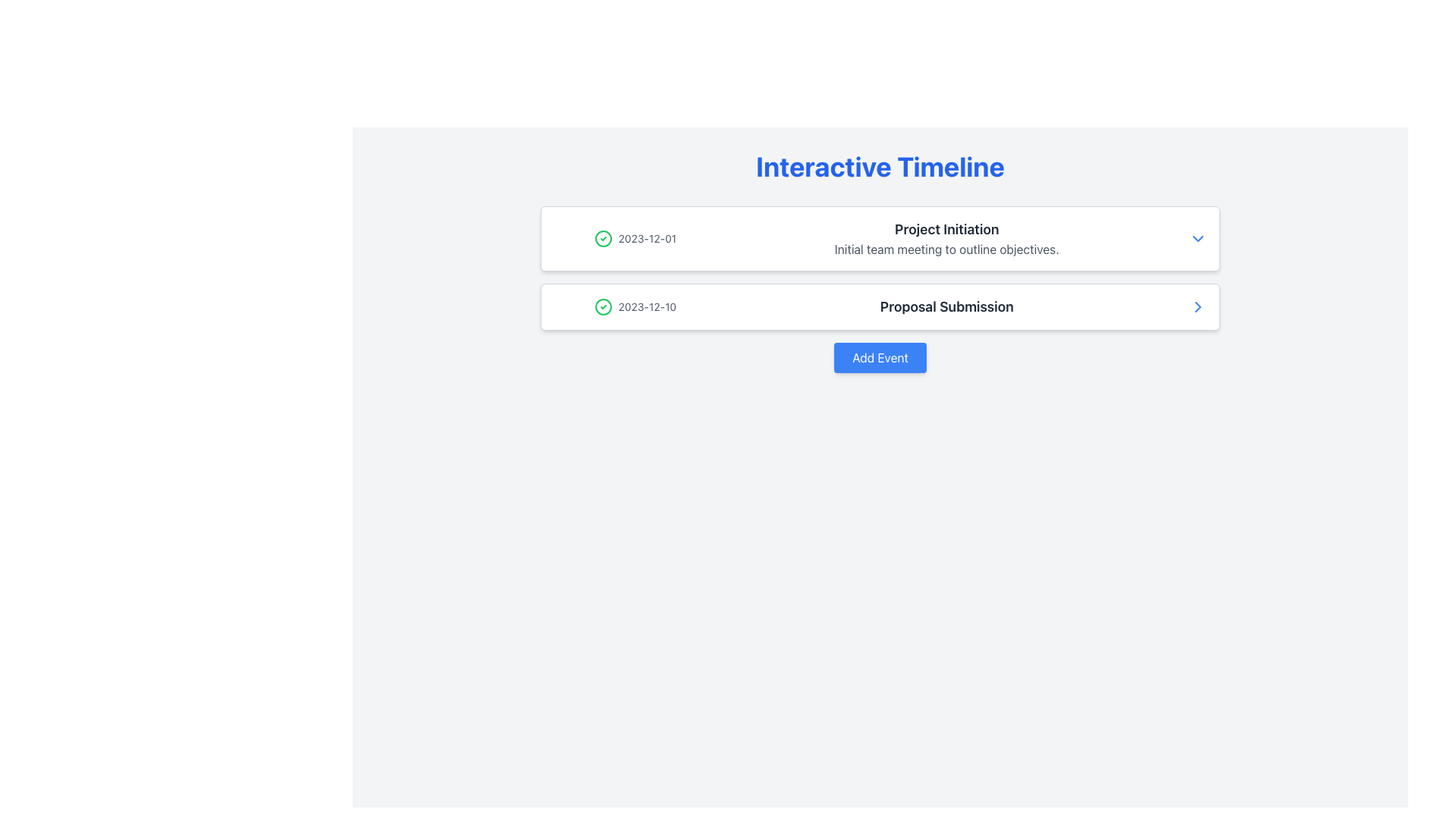  Describe the element at coordinates (647, 239) in the screenshot. I see `the date text label associated with the first timeline entry, which is located adjacent to the green checkmark icon` at that location.